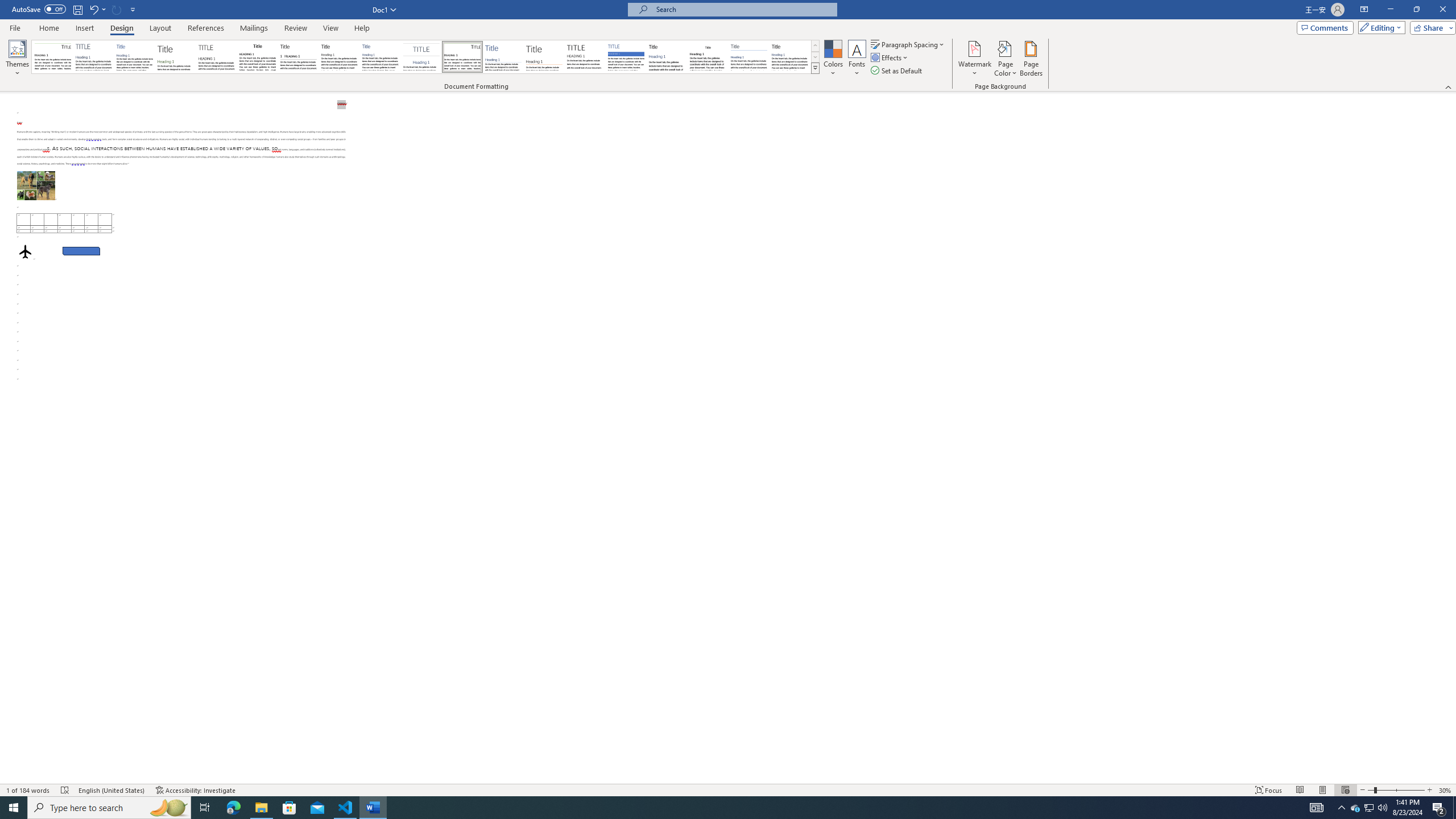 The height and width of the screenshot is (819, 1456). Describe the element at coordinates (16, 59) in the screenshot. I see `'Themes'` at that location.